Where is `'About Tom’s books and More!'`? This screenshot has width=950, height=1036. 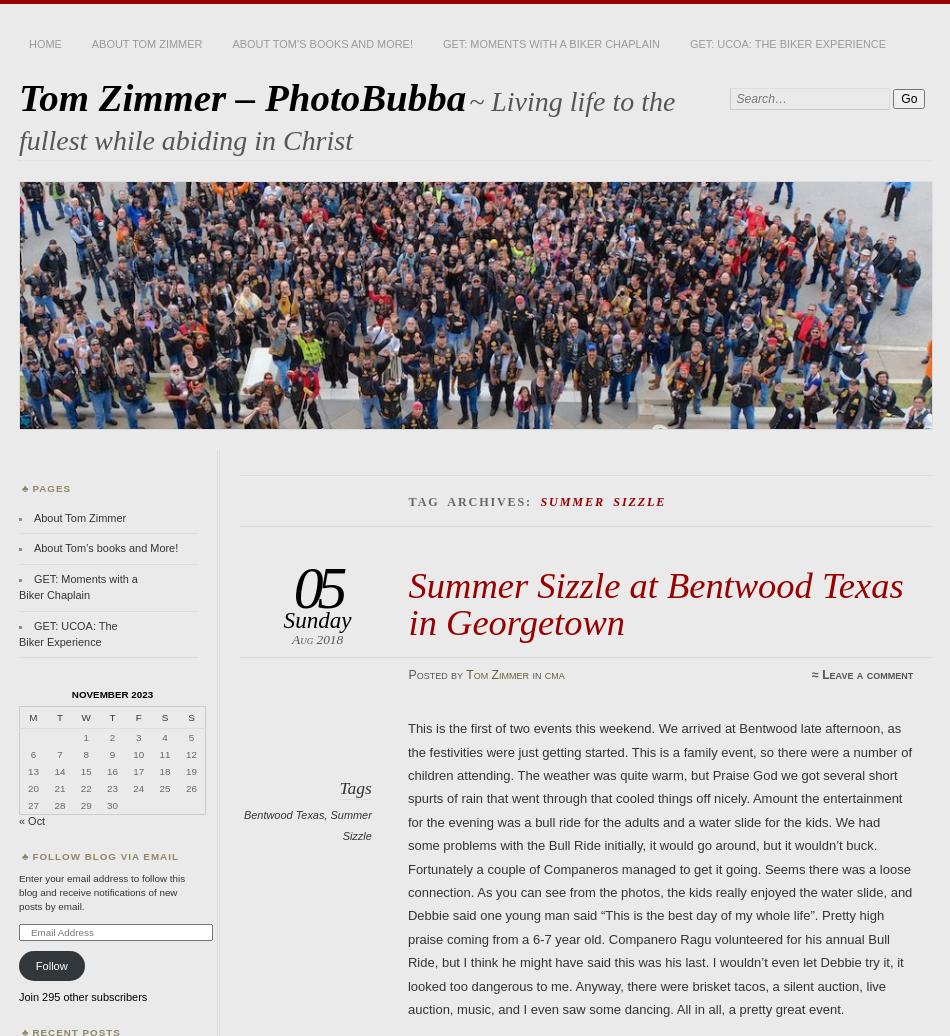
'About Tom’s books and More!' is located at coordinates (105, 548).